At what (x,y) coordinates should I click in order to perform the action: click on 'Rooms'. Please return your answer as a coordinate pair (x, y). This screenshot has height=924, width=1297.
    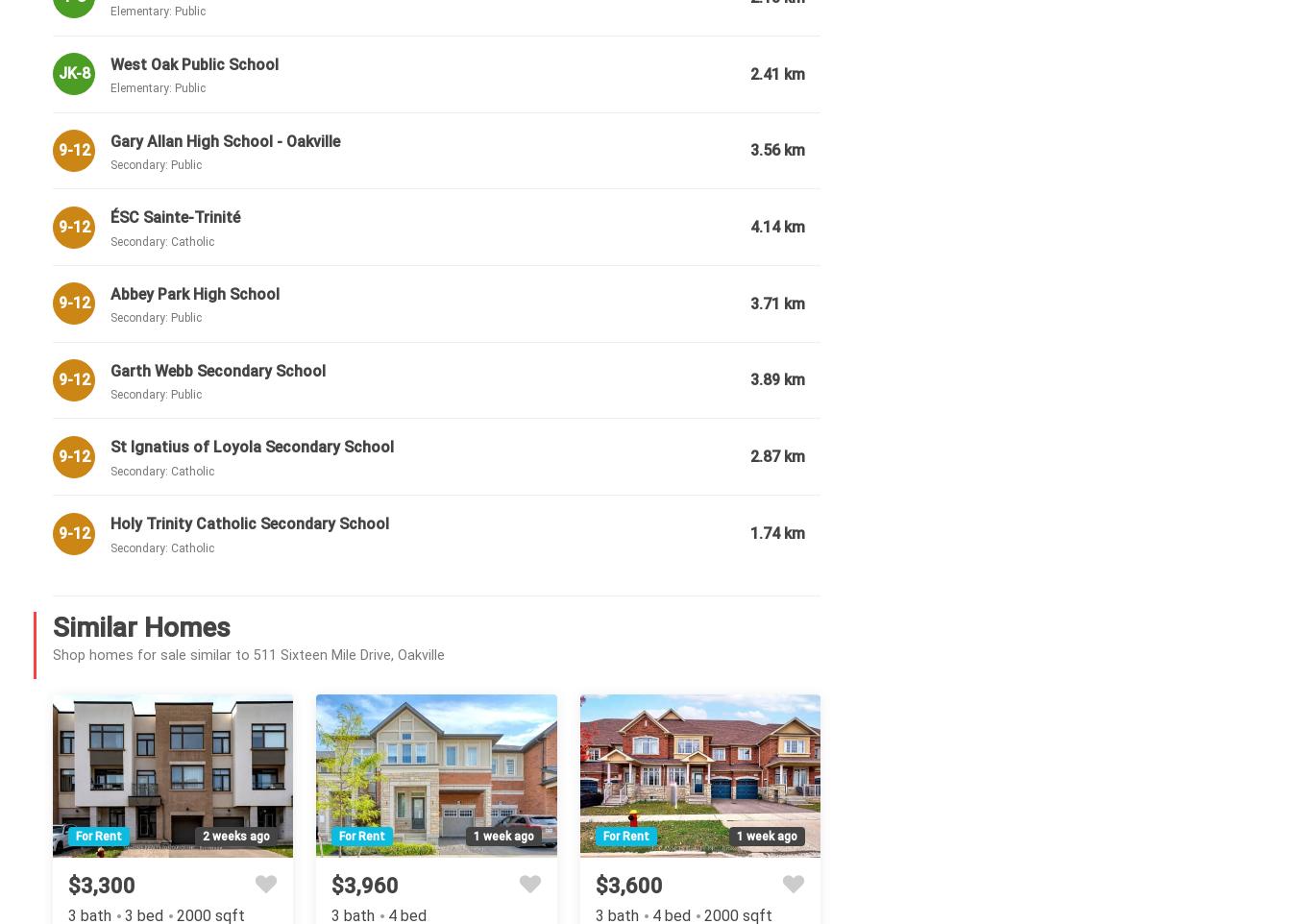
    Looking at the image, I should click on (93, 312).